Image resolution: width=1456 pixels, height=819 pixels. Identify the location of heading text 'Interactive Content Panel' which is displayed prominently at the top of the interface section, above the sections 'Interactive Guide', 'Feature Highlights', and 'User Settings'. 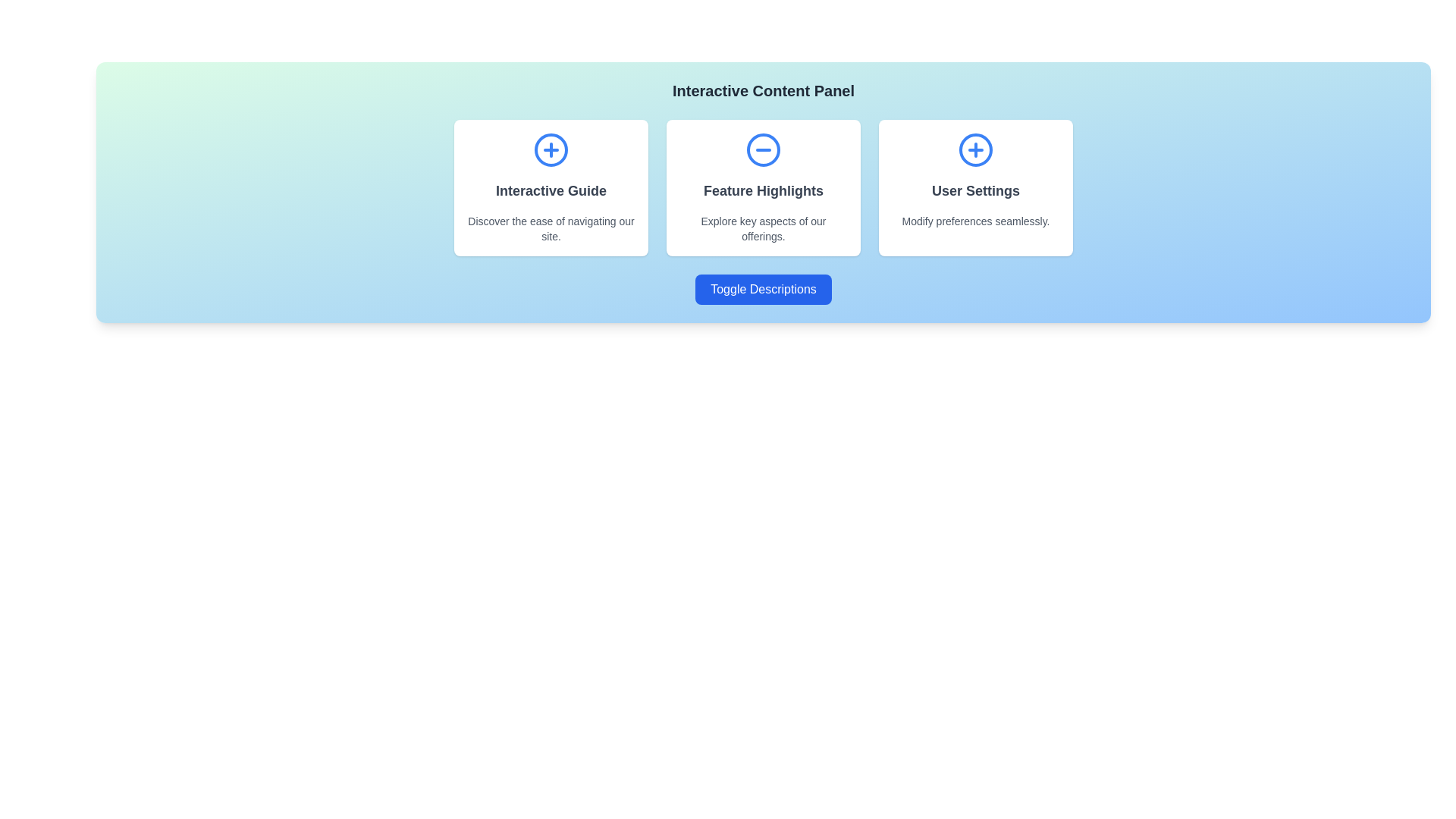
(764, 90).